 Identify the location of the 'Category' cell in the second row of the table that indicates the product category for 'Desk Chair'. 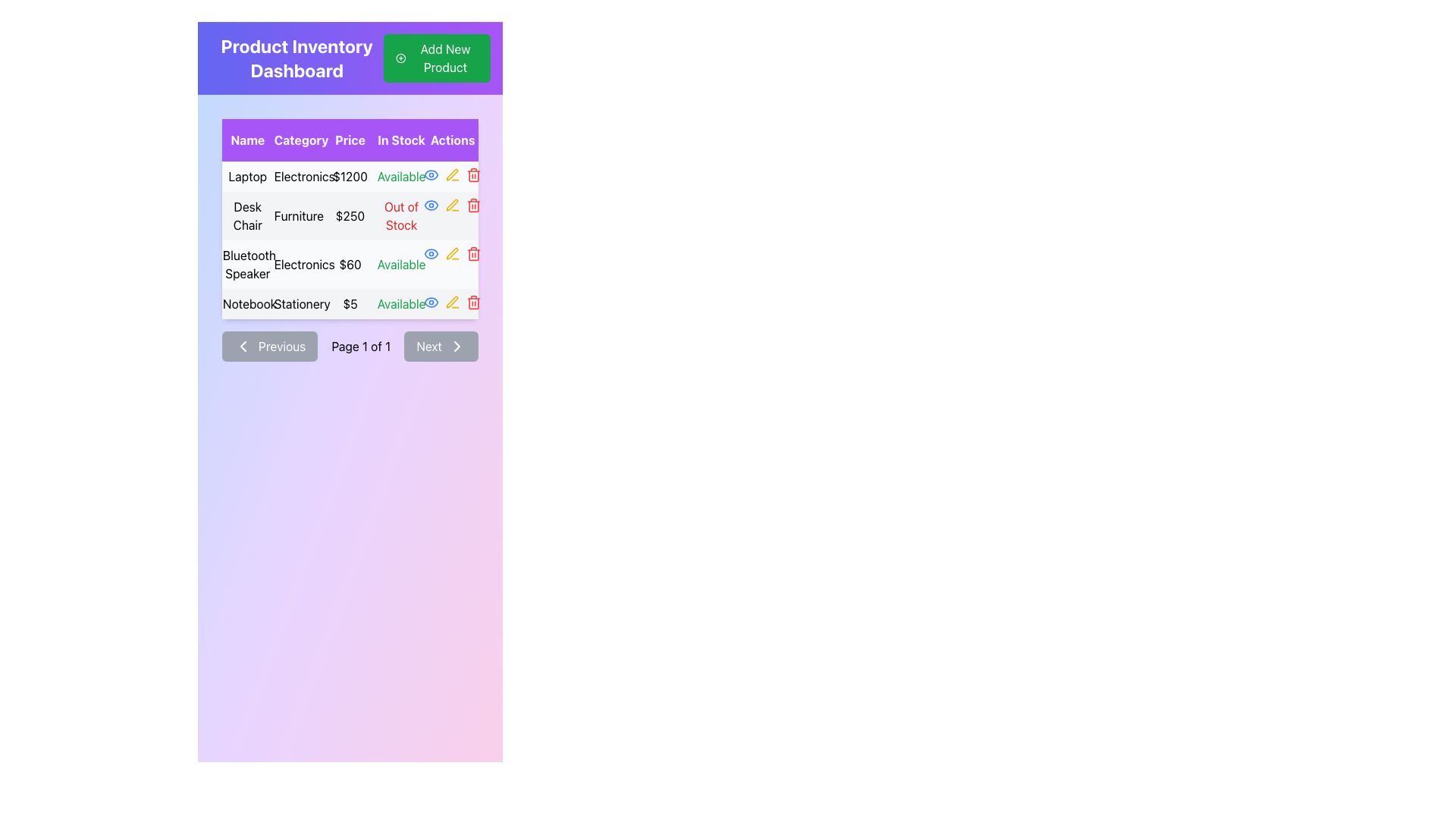
(299, 216).